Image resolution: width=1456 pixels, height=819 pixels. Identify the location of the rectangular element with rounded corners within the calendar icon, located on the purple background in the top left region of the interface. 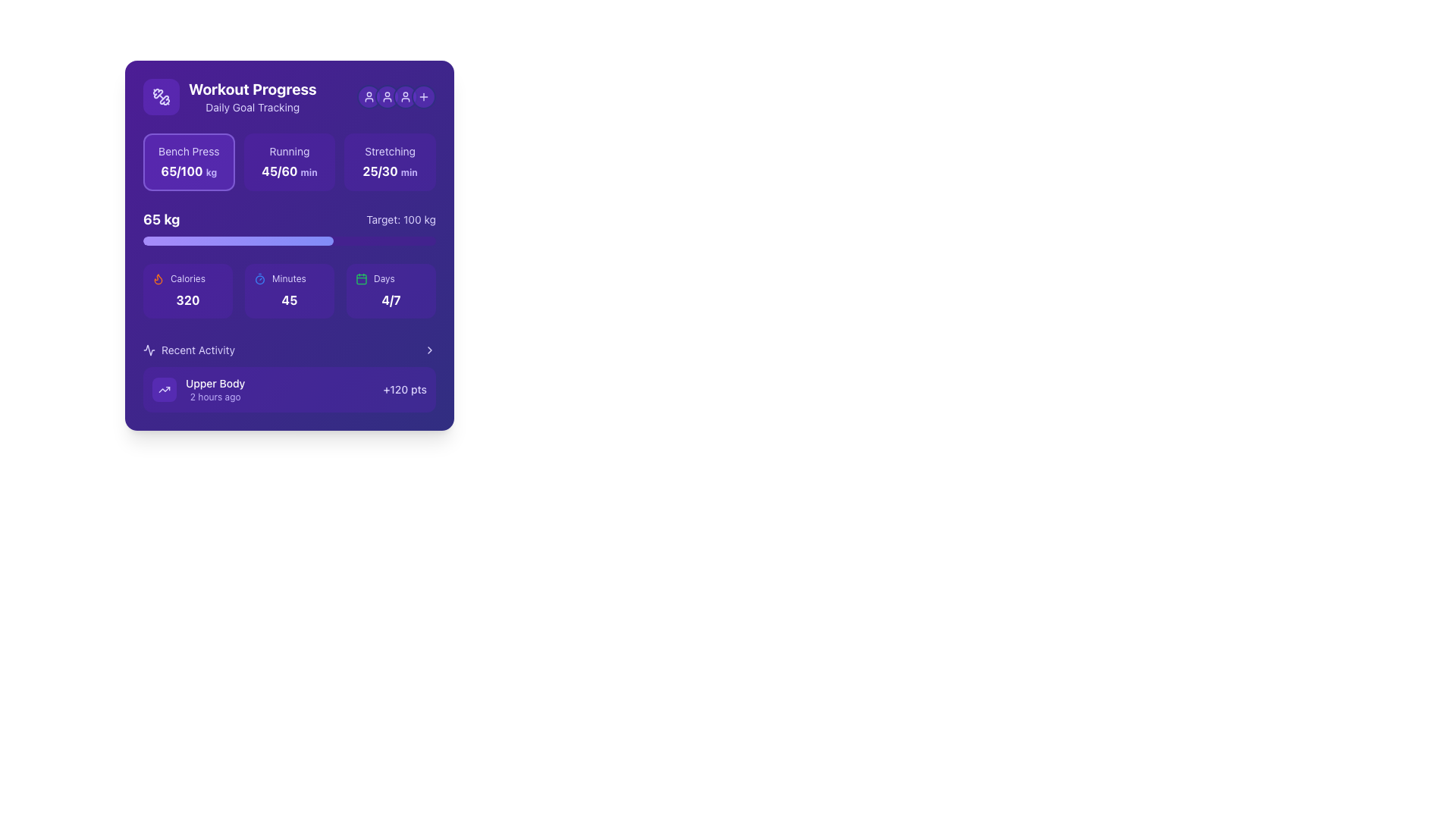
(360, 278).